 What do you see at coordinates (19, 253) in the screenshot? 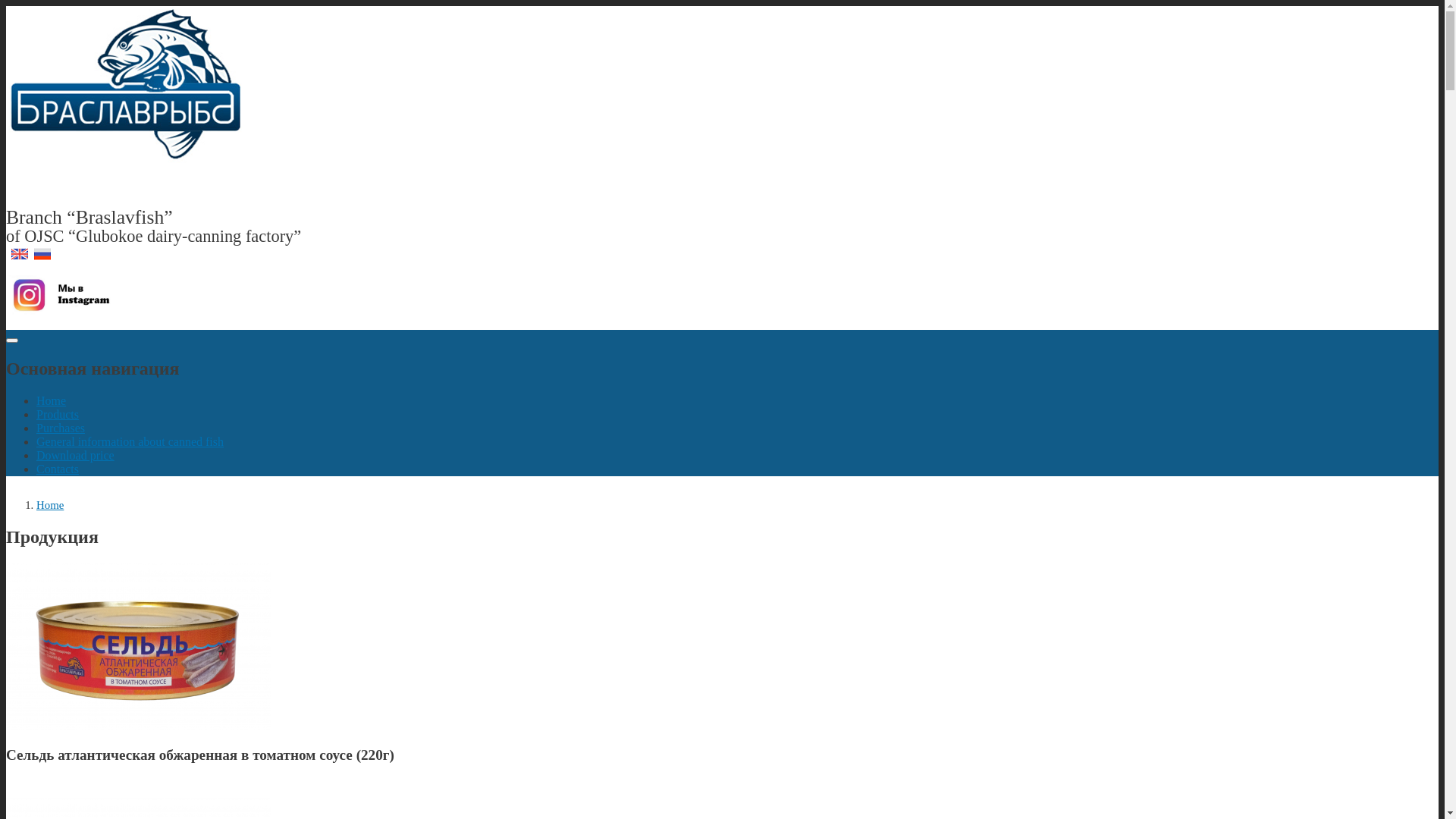
I see `'English'` at bounding box center [19, 253].